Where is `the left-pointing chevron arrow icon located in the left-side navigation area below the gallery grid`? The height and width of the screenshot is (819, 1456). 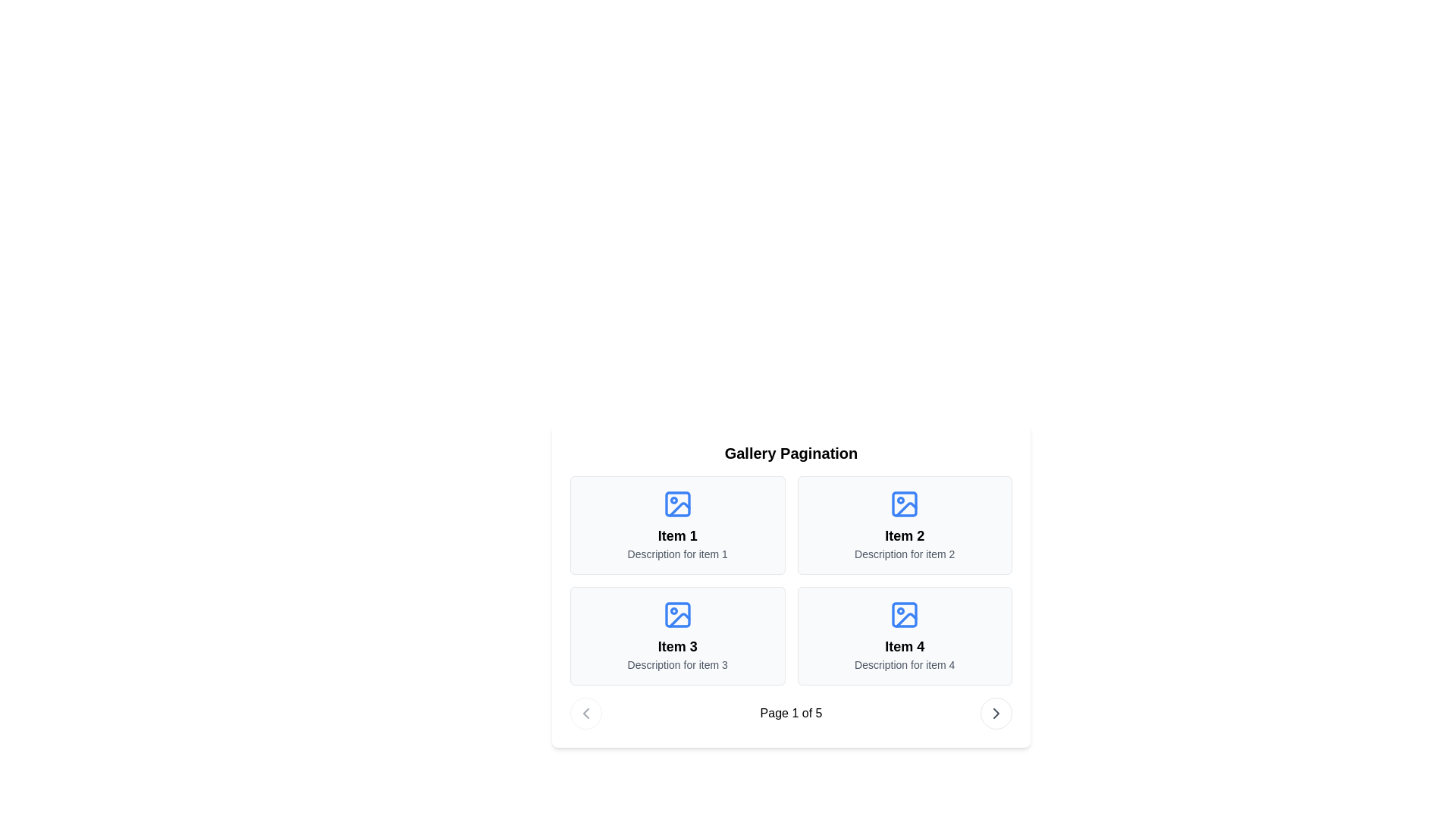 the left-pointing chevron arrow icon located in the left-side navigation area below the gallery grid is located at coordinates (585, 714).